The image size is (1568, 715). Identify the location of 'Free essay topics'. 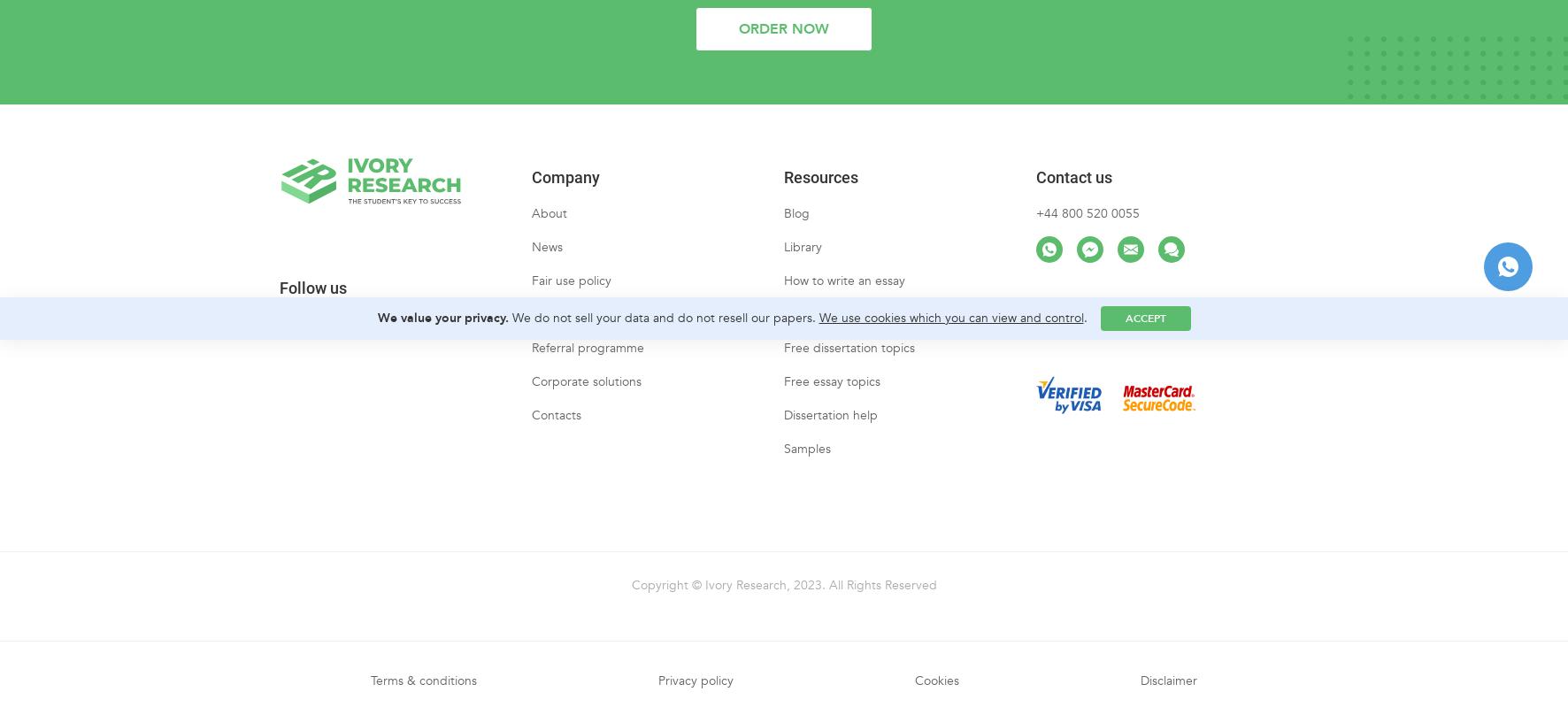
(831, 397).